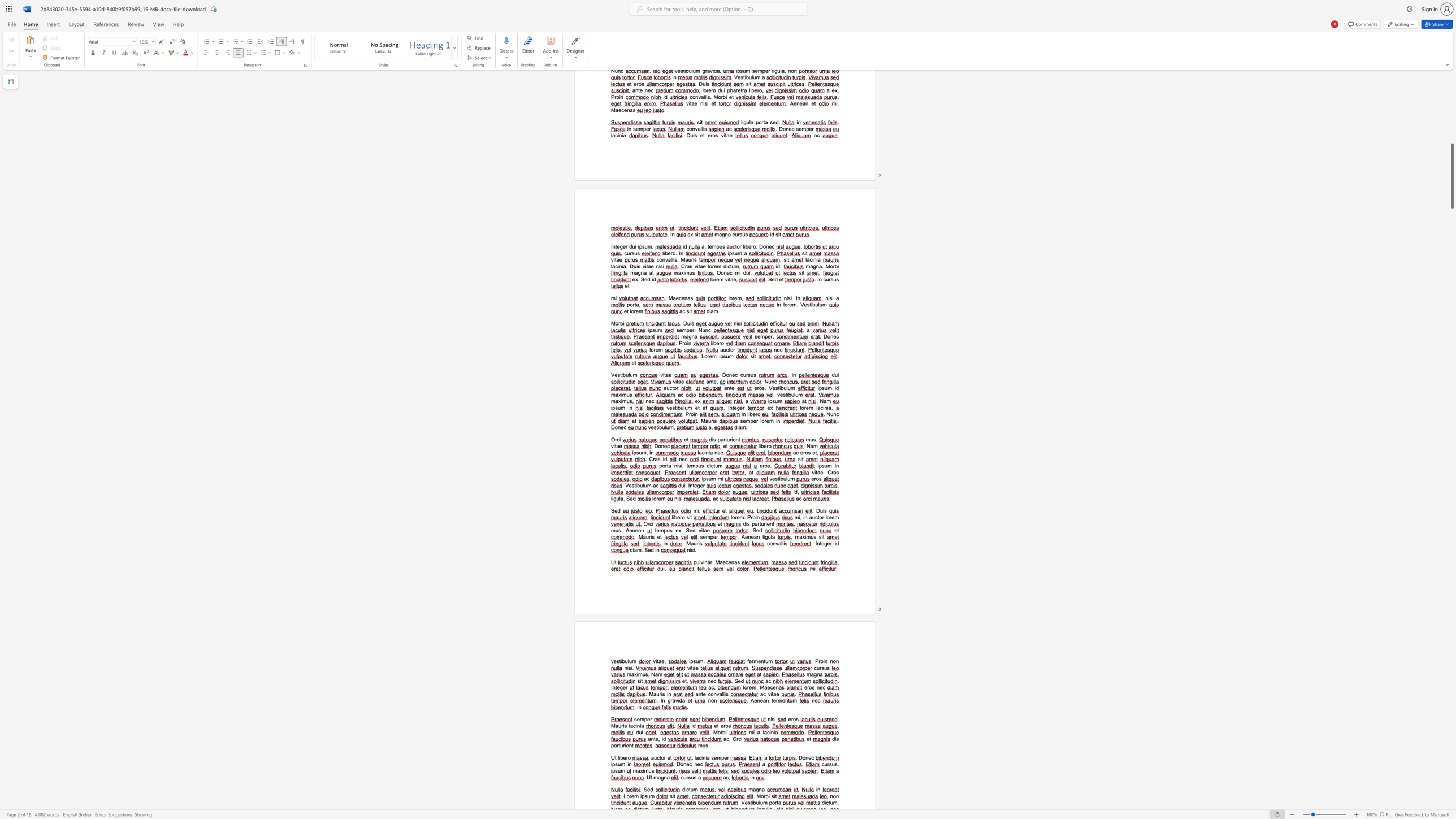 This screenshot has height=819, width=1456. Describe the element at coordinates (764, 694) in the screenshot. I see `the 1th character "c" in the text` at that location.